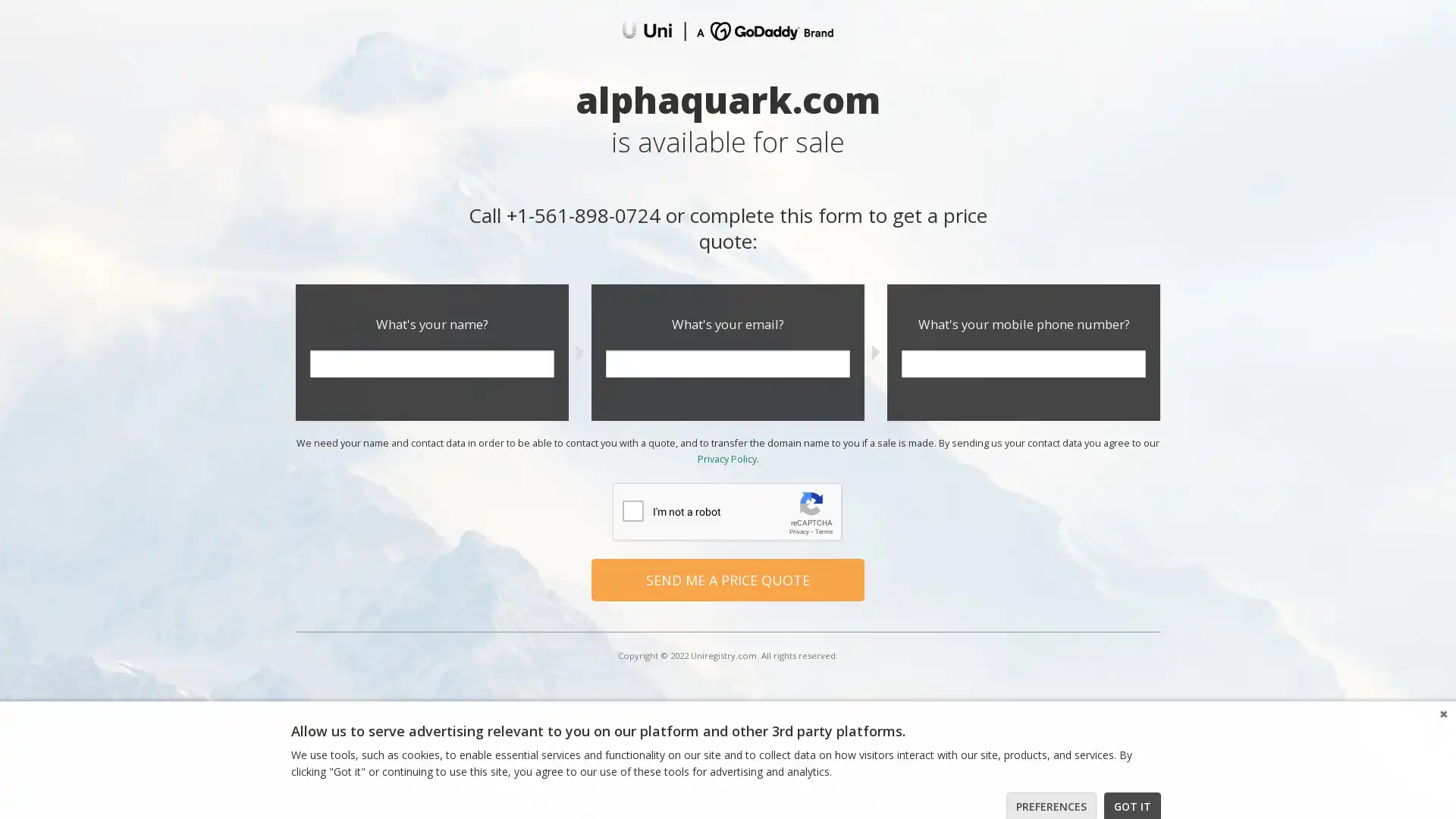 The image size is (1456, 819). I want to click on SEND ME A PRICE QUOTE, so click(728, 579).